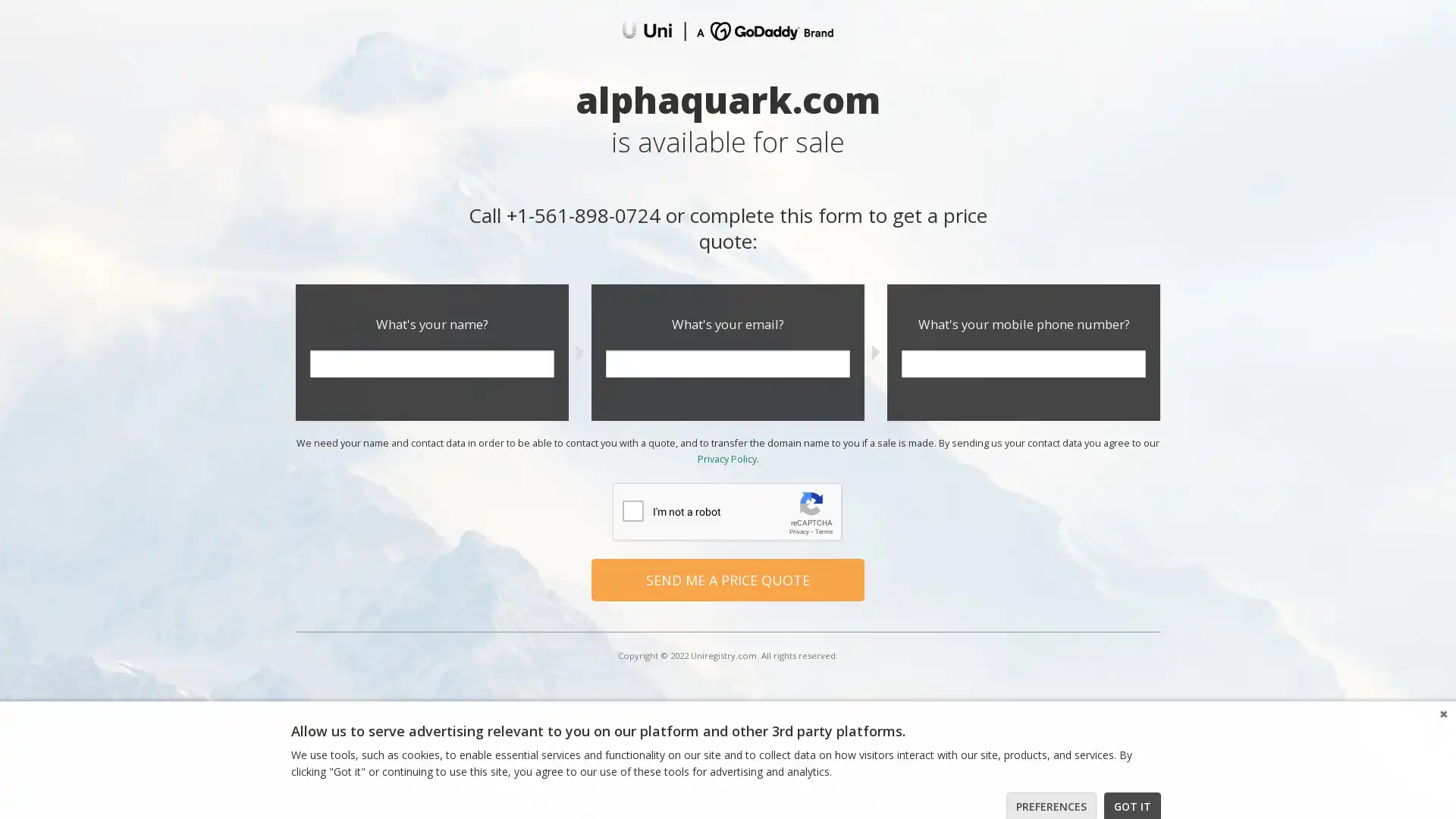 The image size is (1456, 819). I want to click on SEND ME A PRICE QUOTE, so click(728, 579).